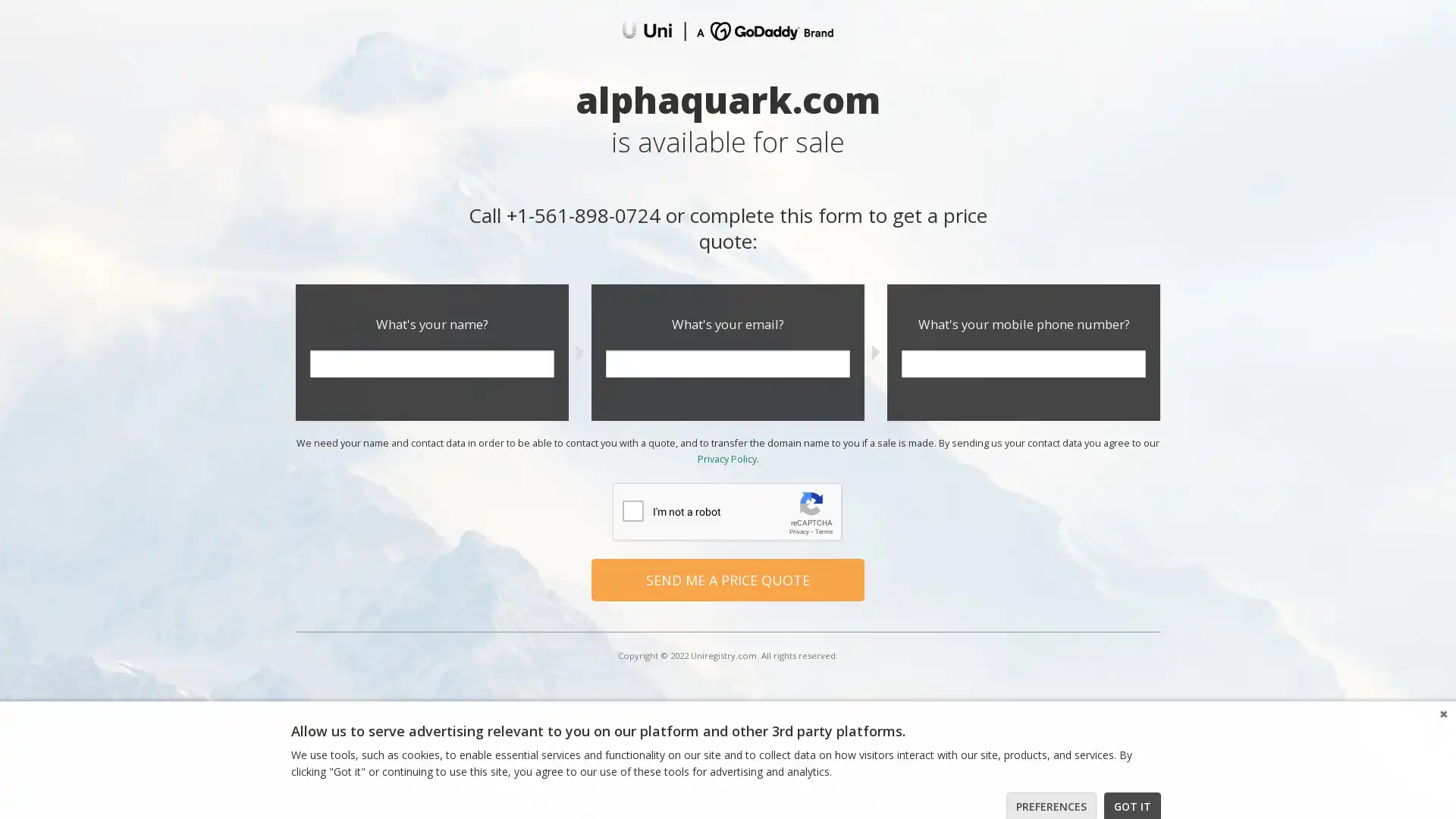 The image size is (1456, 819). I want to click on SEND ME A PRICE QUOTE, so click(728, 579).